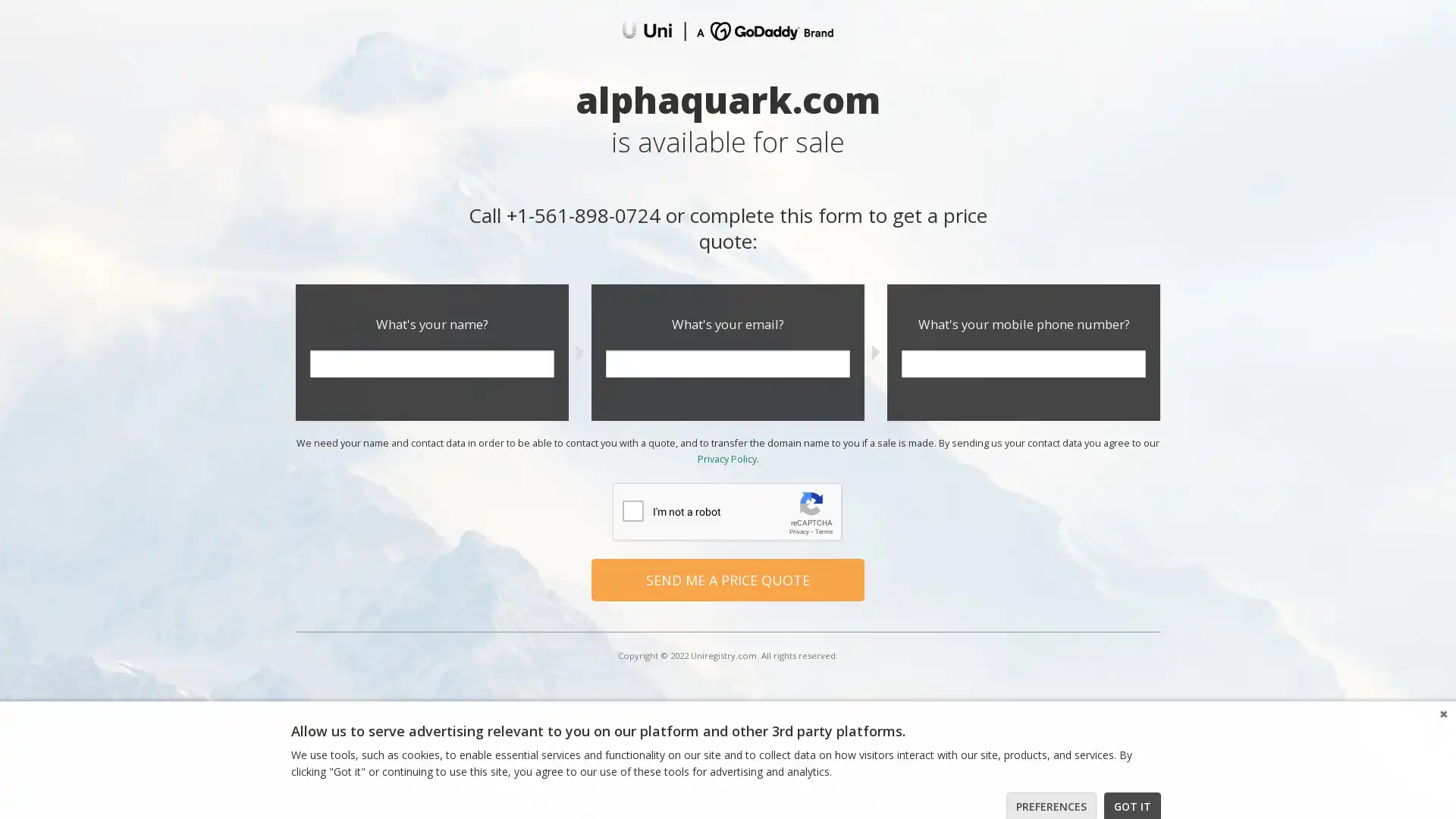 The image size is (1456, 819). I want to click on SEND ME A PRICE QUOTE, so click(728, 579).